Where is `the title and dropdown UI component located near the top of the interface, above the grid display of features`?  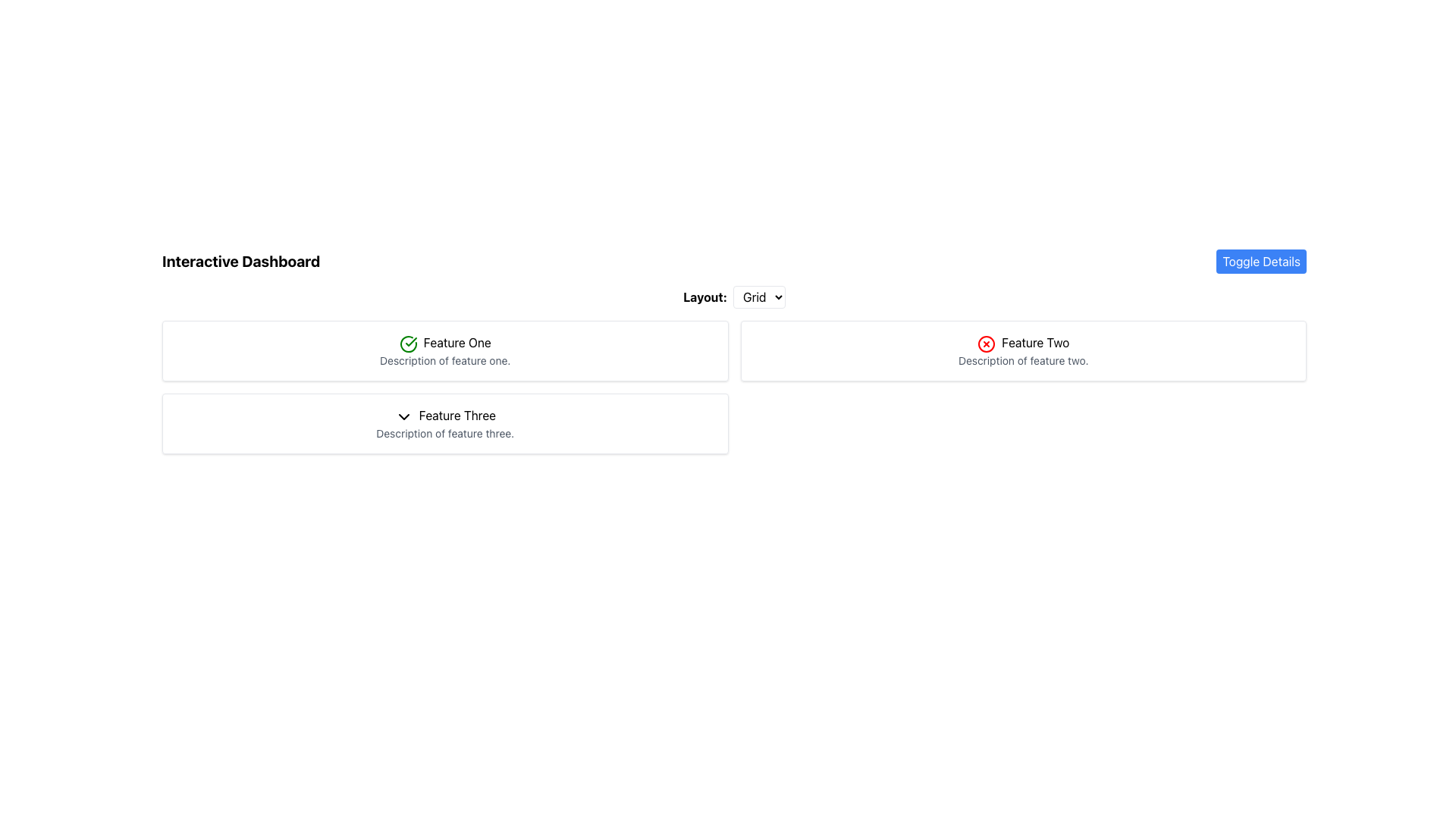 the title and dropdown UI component located near the top of the interface, above the grid display of features is located at coordinates (734, 297).